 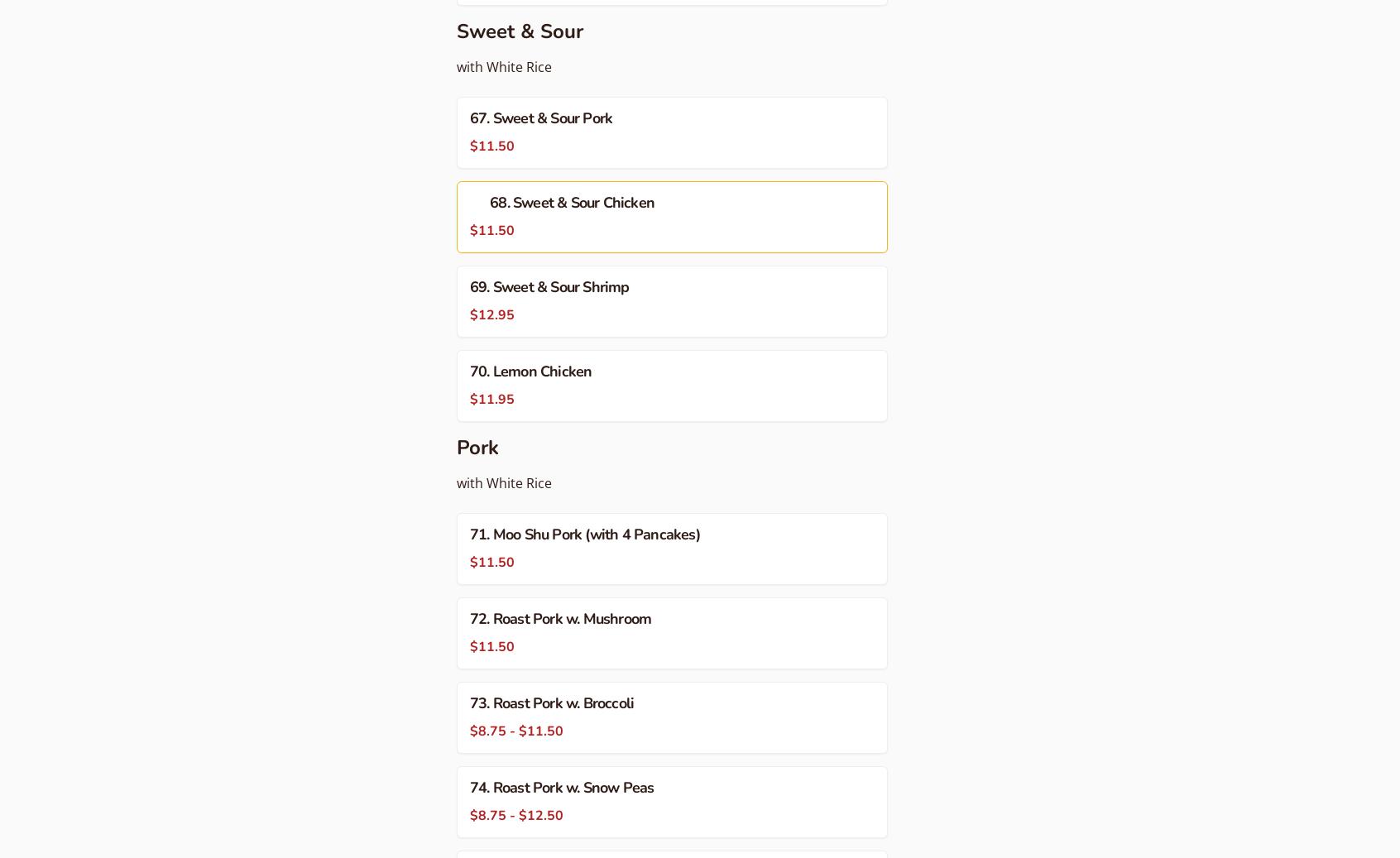 I want to click on '73.  Roast Pork w. Broccoli', so click(x=551, y=703).